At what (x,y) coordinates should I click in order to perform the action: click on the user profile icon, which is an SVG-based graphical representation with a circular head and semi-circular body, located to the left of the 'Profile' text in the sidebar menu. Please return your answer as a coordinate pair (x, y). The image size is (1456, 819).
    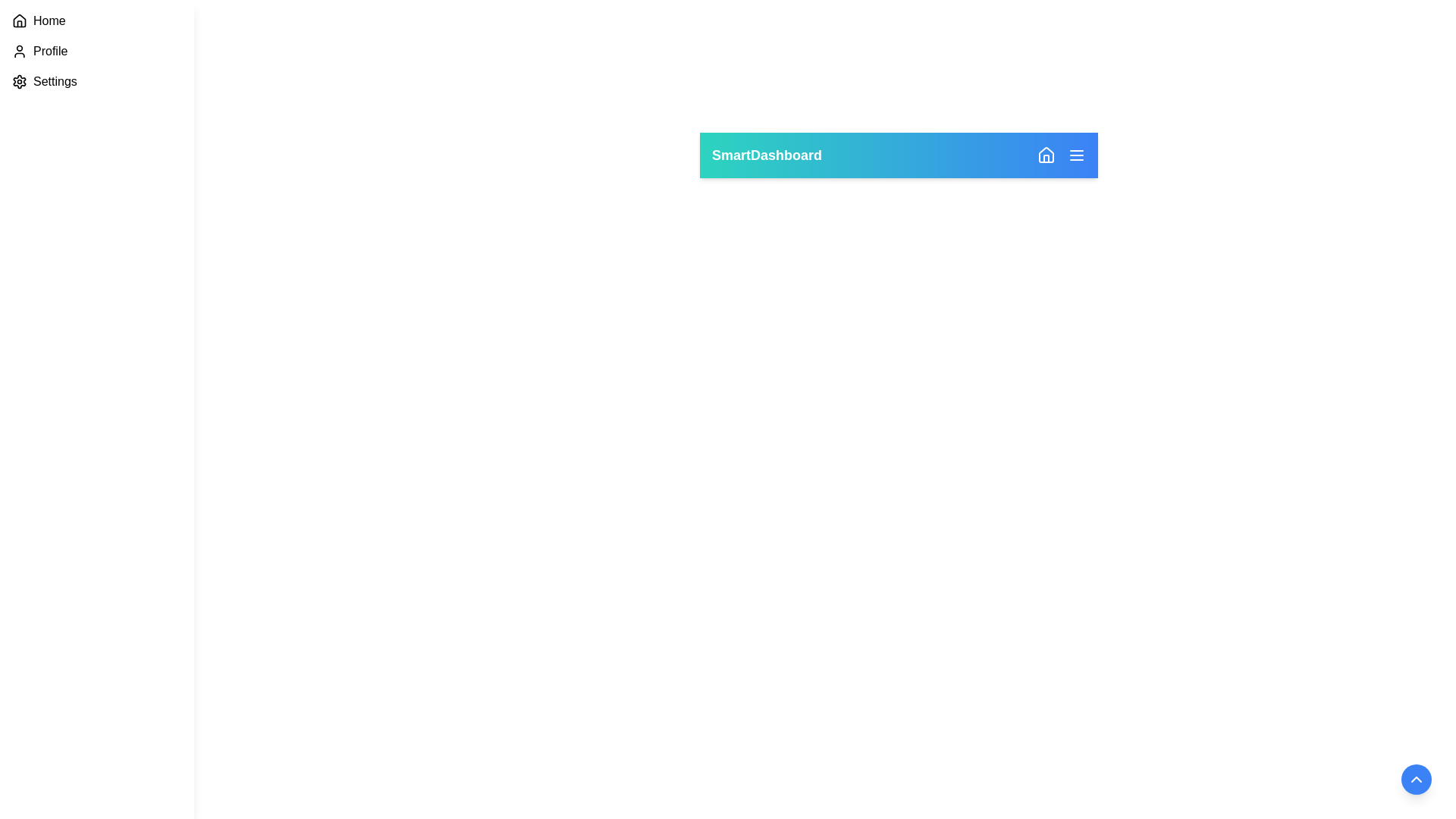
    Looking at the image, I should click on (19, 51).